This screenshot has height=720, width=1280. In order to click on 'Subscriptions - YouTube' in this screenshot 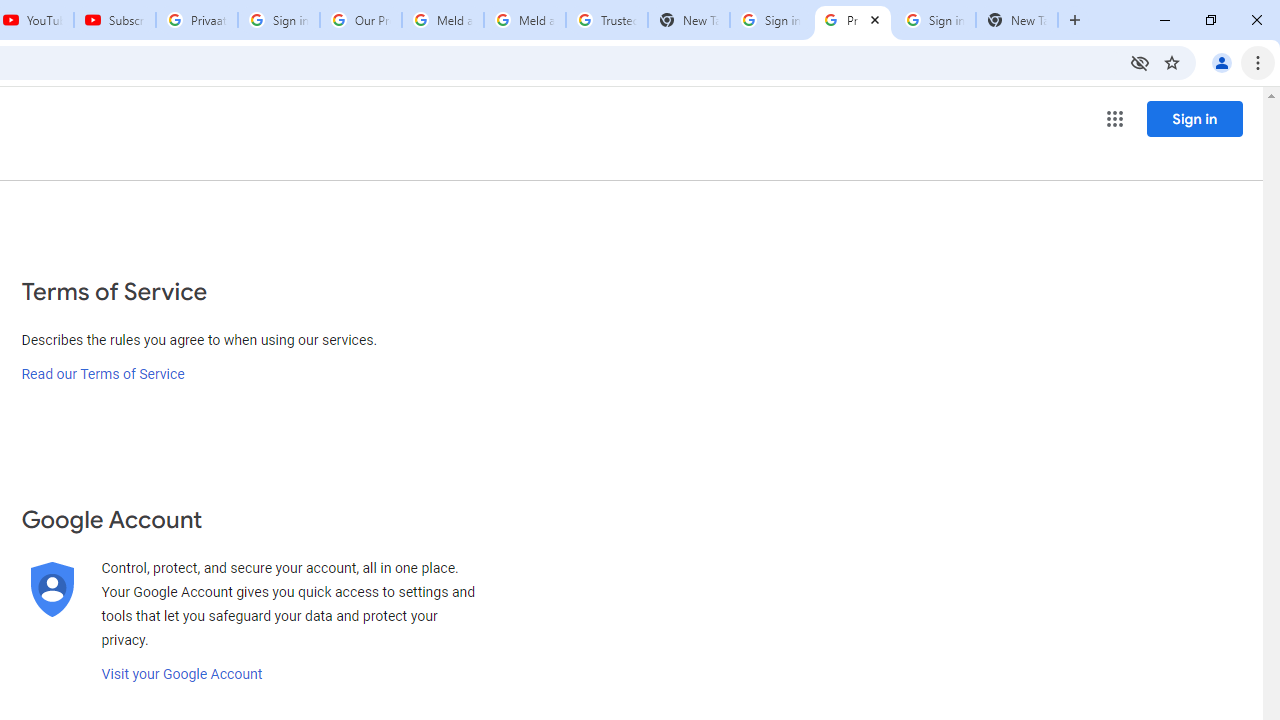, I will do `click(114, 20)`.